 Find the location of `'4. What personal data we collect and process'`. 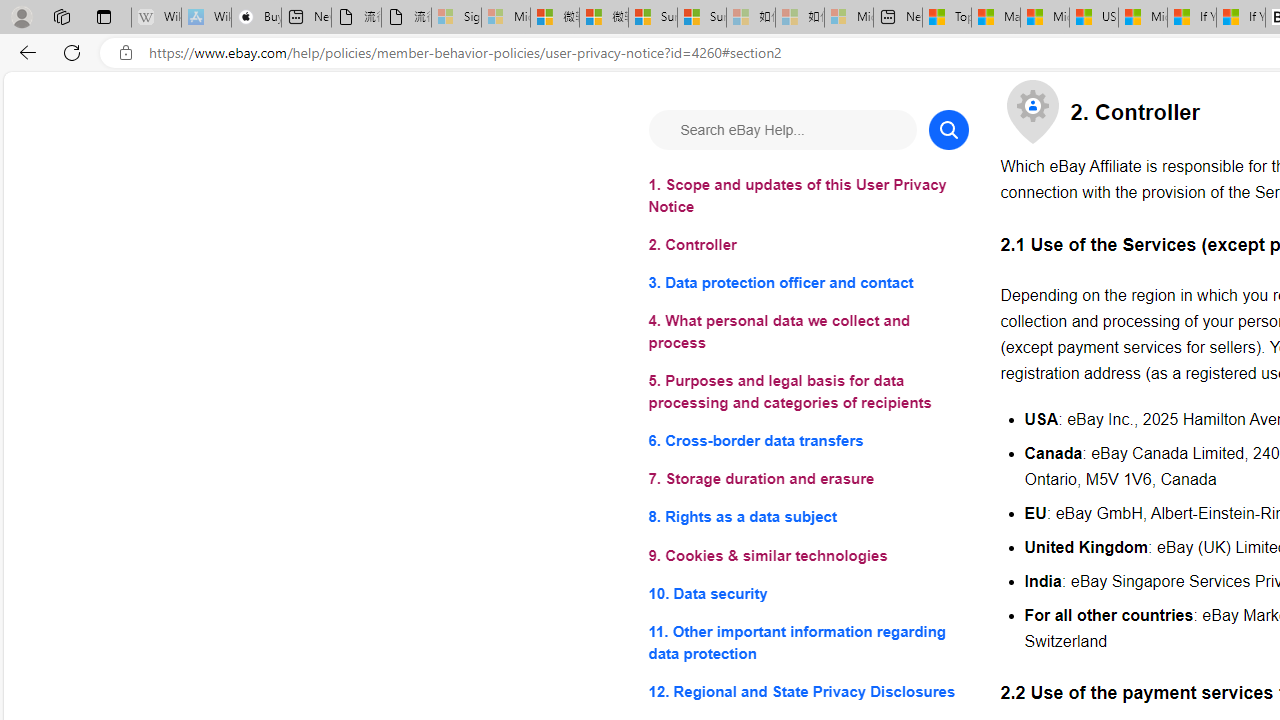

'4. What personal data we collect and process' is located at coordinates (808, 331).